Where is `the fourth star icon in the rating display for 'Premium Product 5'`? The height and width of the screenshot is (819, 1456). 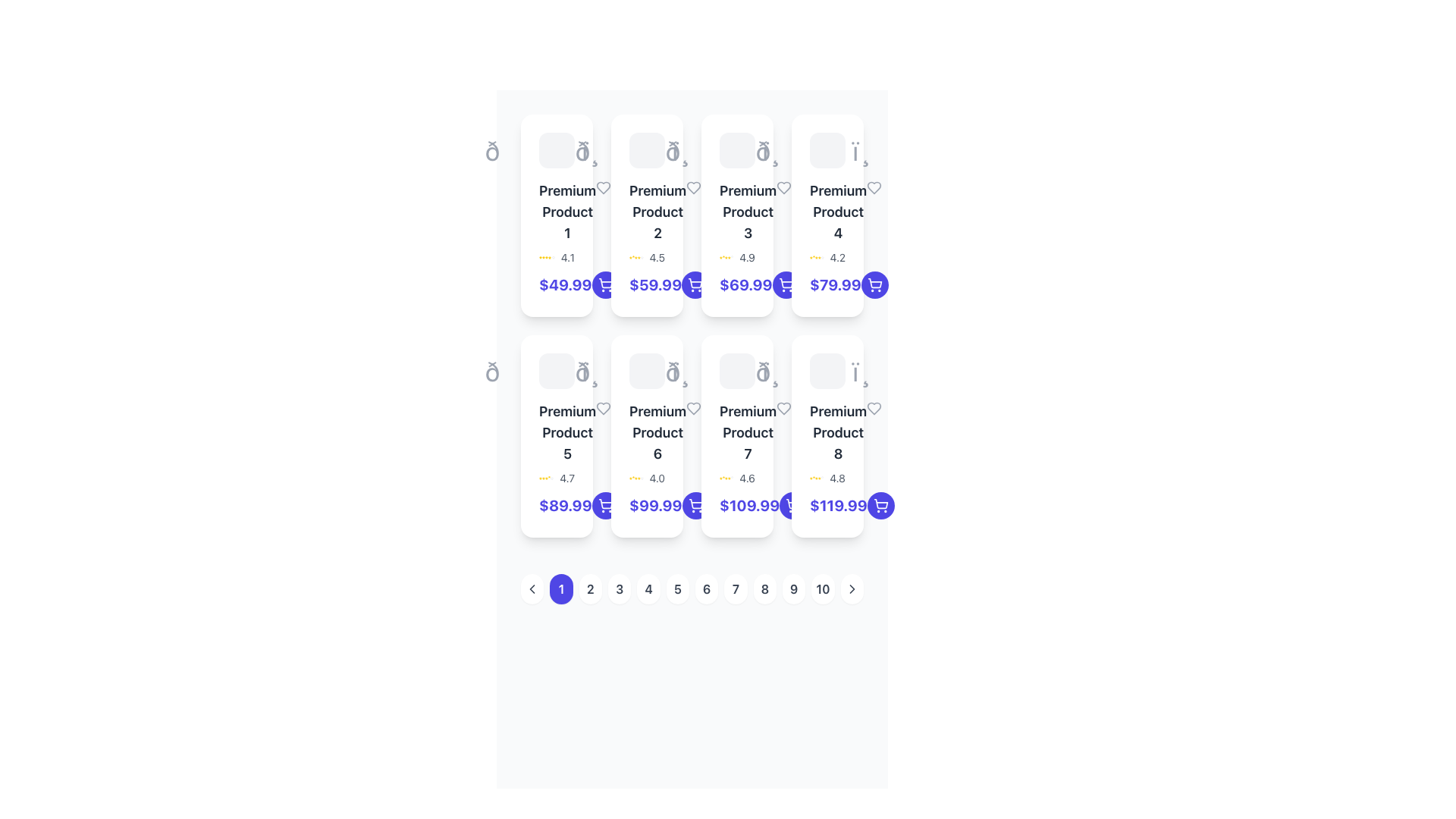 the fourth star icon in the rating display for 'Premium Product 5' is located at coordinates (546, 479).